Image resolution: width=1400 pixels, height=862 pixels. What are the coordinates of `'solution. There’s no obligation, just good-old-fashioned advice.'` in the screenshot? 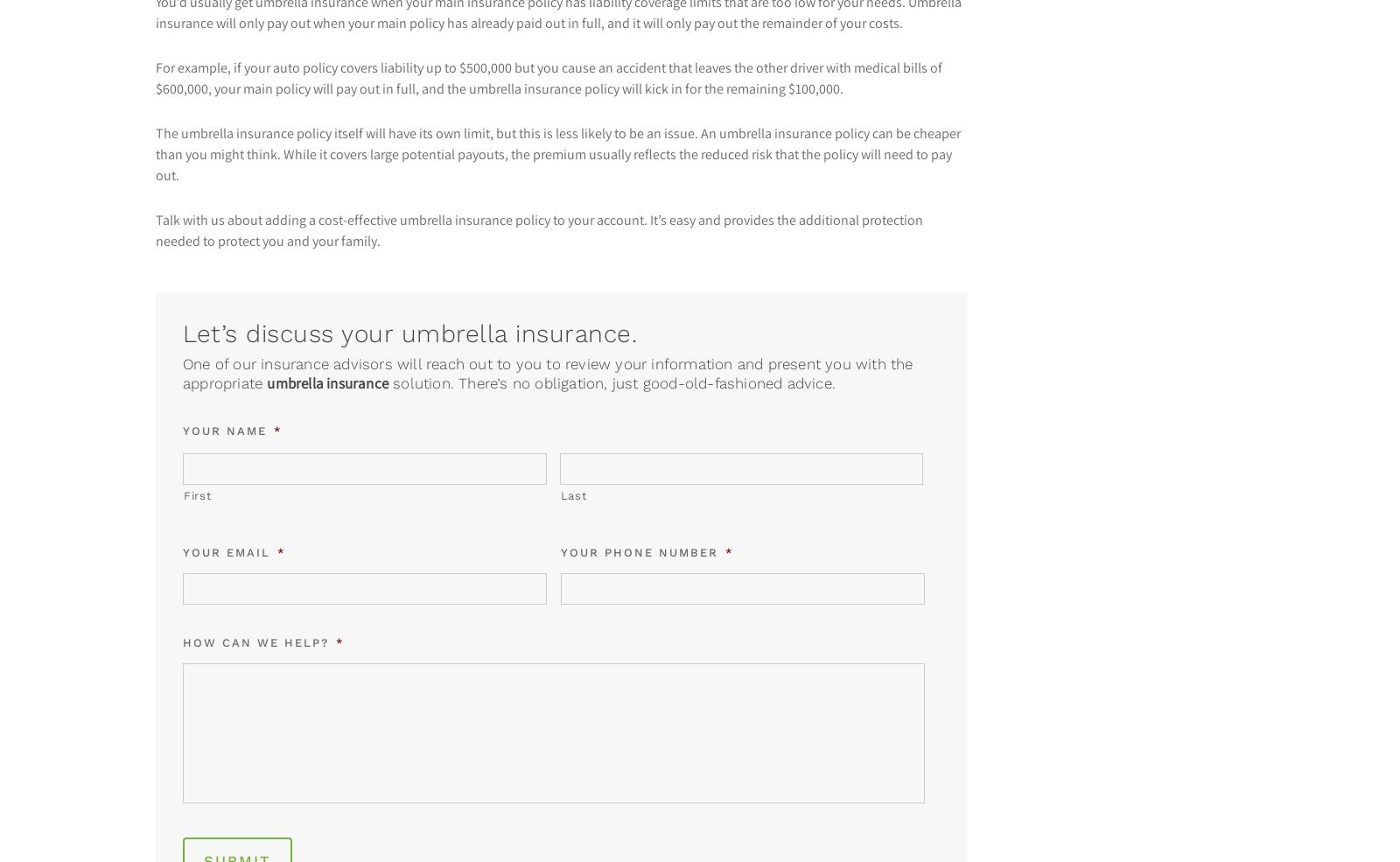 It's located at (612, 382).